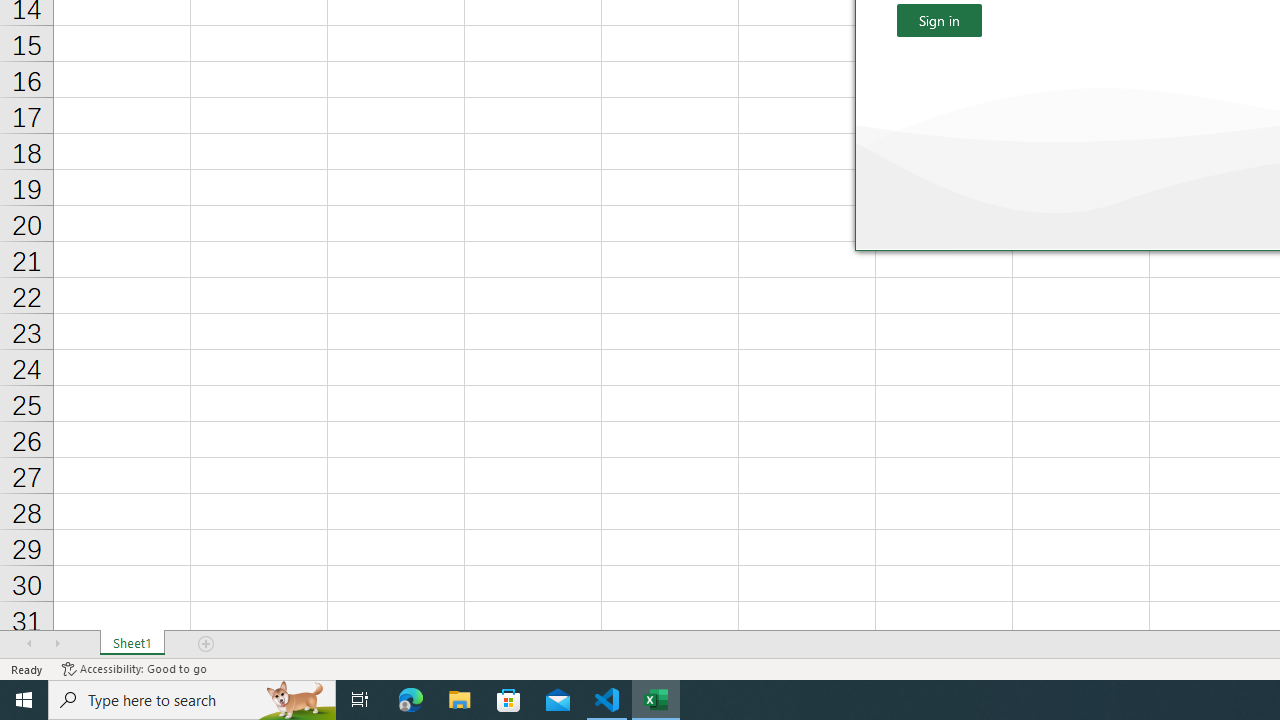  What do you see at coordinates (294, 698) in the screenshot?
I see `'Search highlights icon opens search home window'` at bounding box center [294, 698].